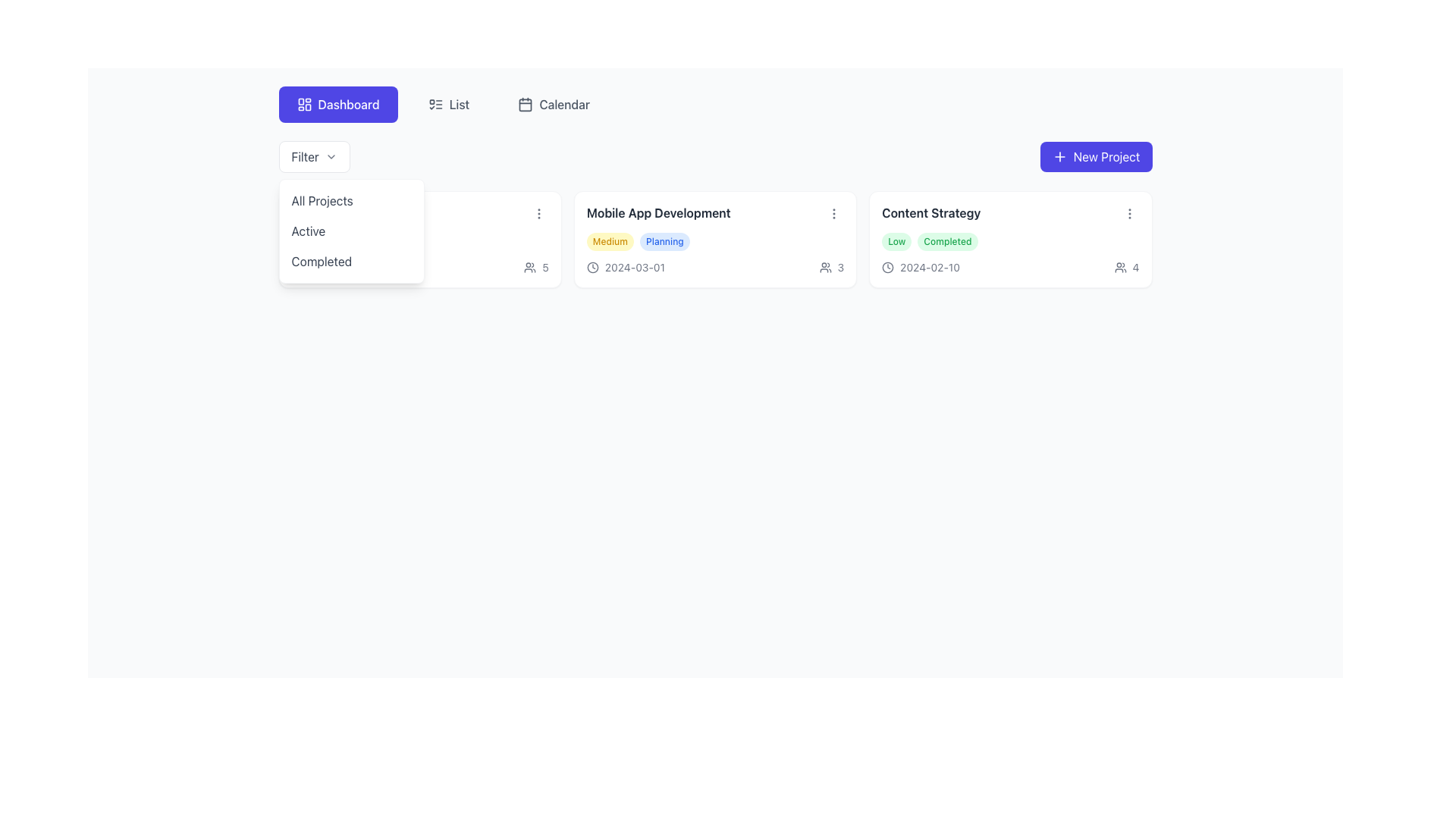 The image size is (1456, 819). What do you see at coordinates (337, 104) in the screenshot?
I see `the 'Dashboard' navigation button` at bounding box center [337, 104].